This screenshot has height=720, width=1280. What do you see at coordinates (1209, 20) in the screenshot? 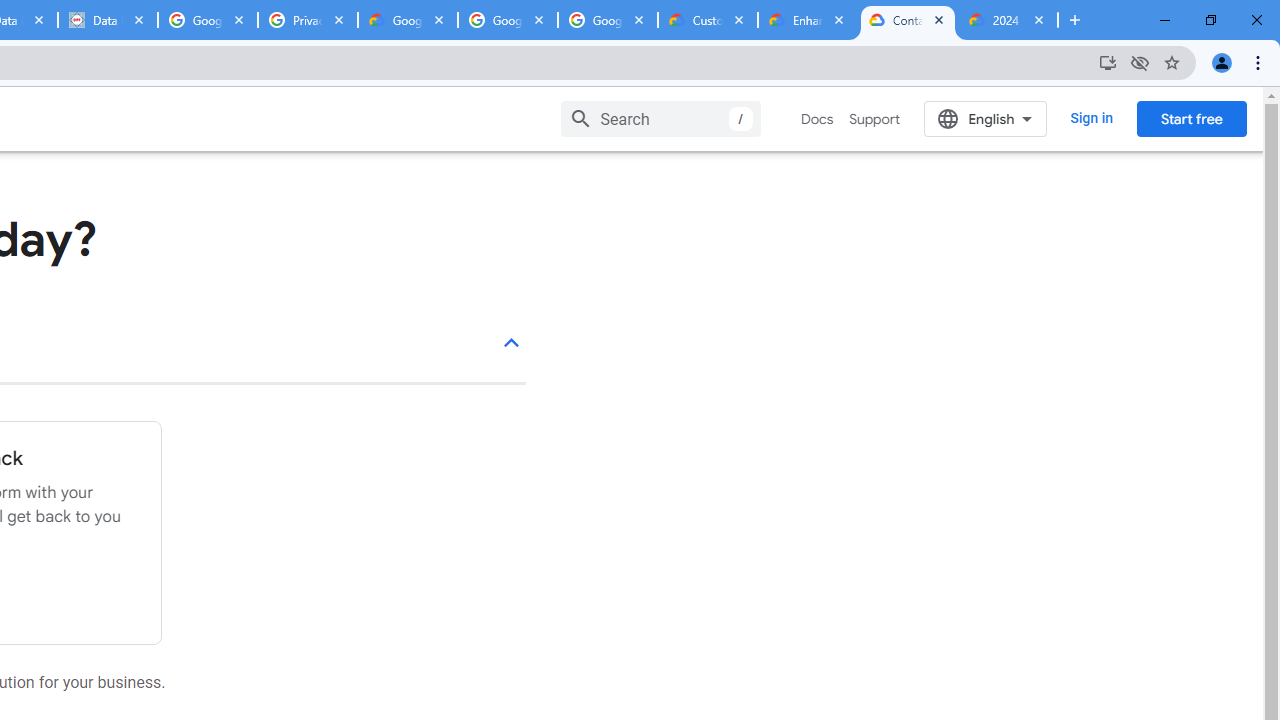
I see `'Restore'` at bounding box center [1209, 20].